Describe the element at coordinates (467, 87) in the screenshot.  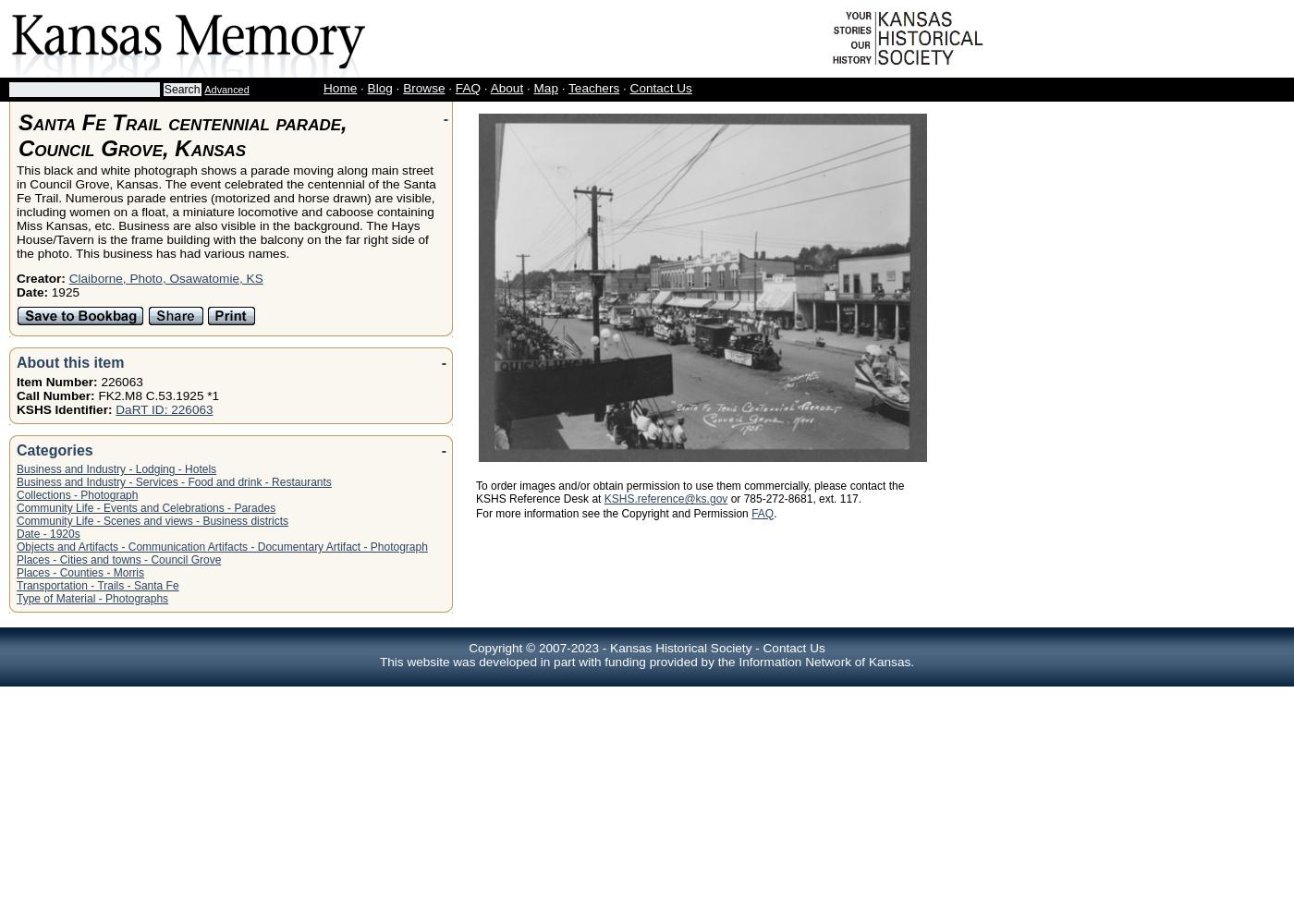
I see `'FAQ'` at that location.